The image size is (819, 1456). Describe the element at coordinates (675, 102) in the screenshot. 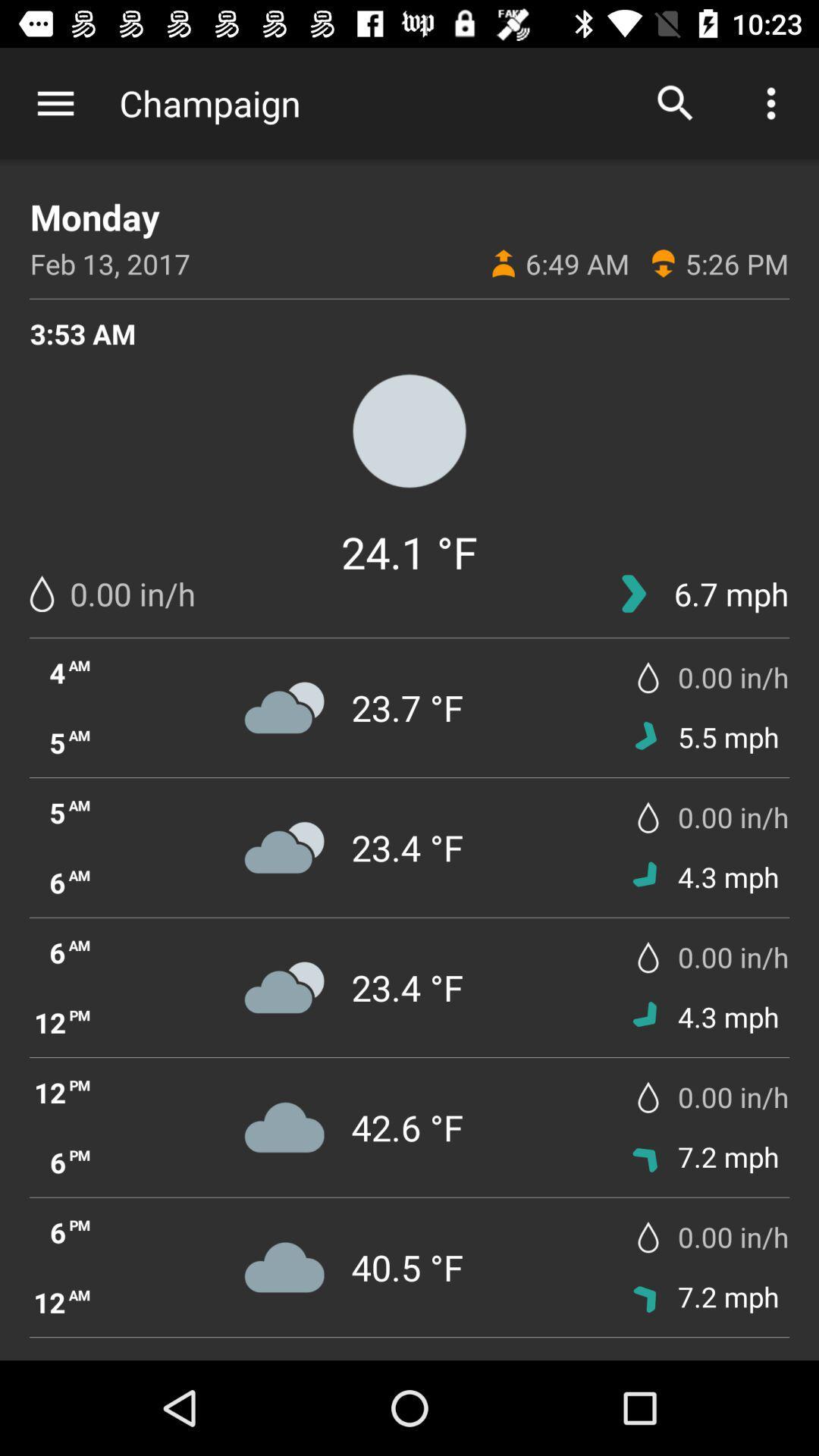

I see `item next to the champaign item` at that location.